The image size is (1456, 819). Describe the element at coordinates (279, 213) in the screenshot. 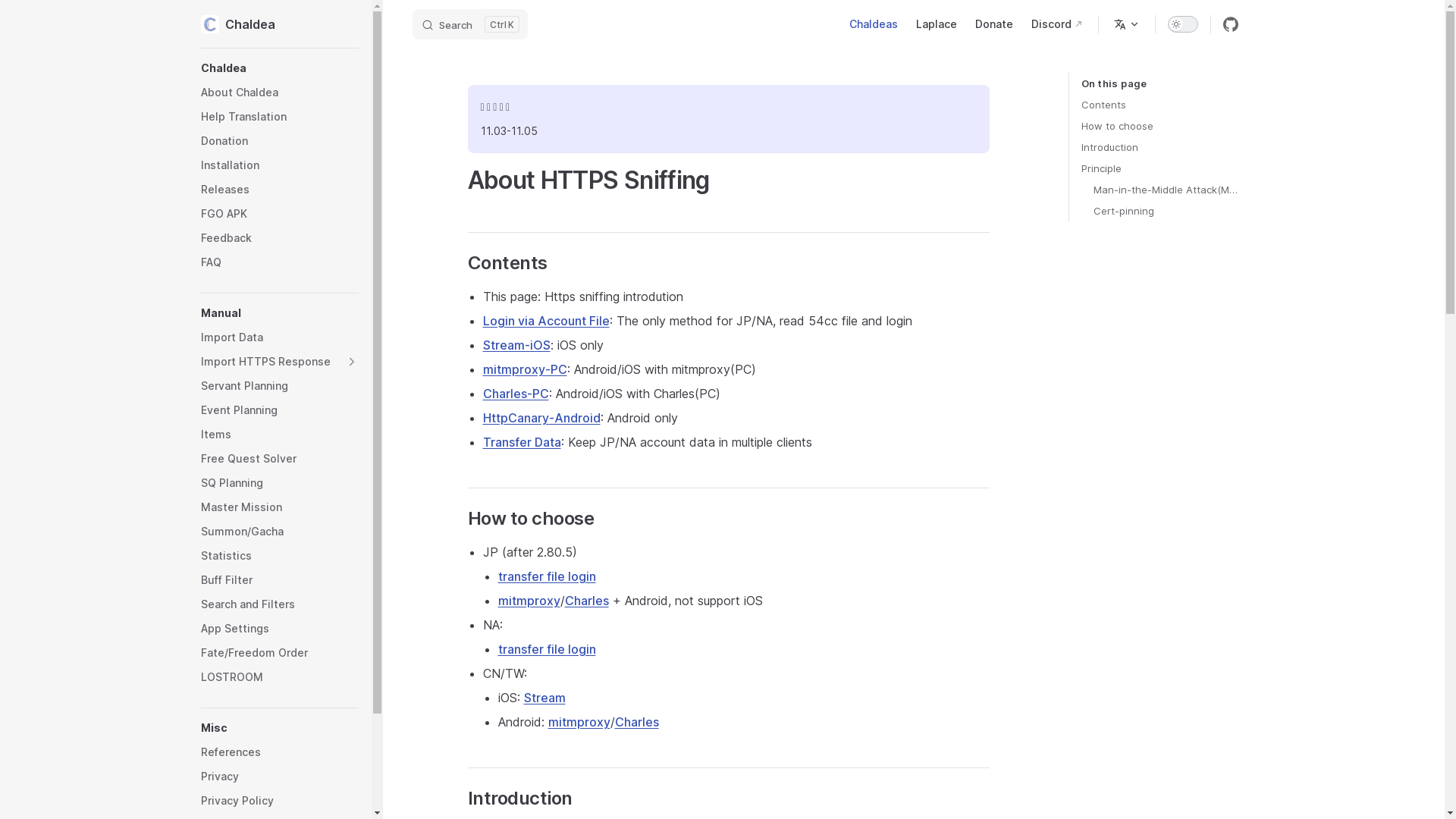

I see `'FGO APK'` at that location.